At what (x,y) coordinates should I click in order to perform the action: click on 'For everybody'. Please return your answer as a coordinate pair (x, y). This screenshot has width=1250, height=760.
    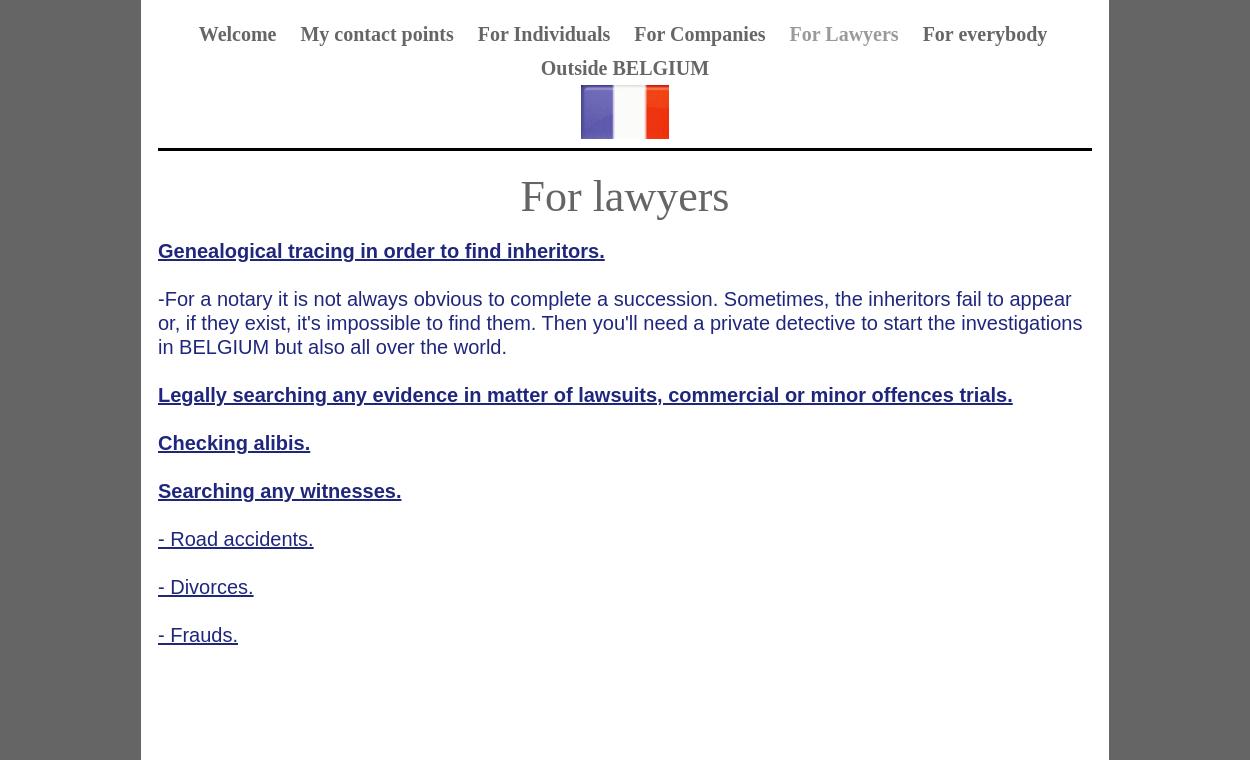
    Looking at the image, I should click on (983, 32).